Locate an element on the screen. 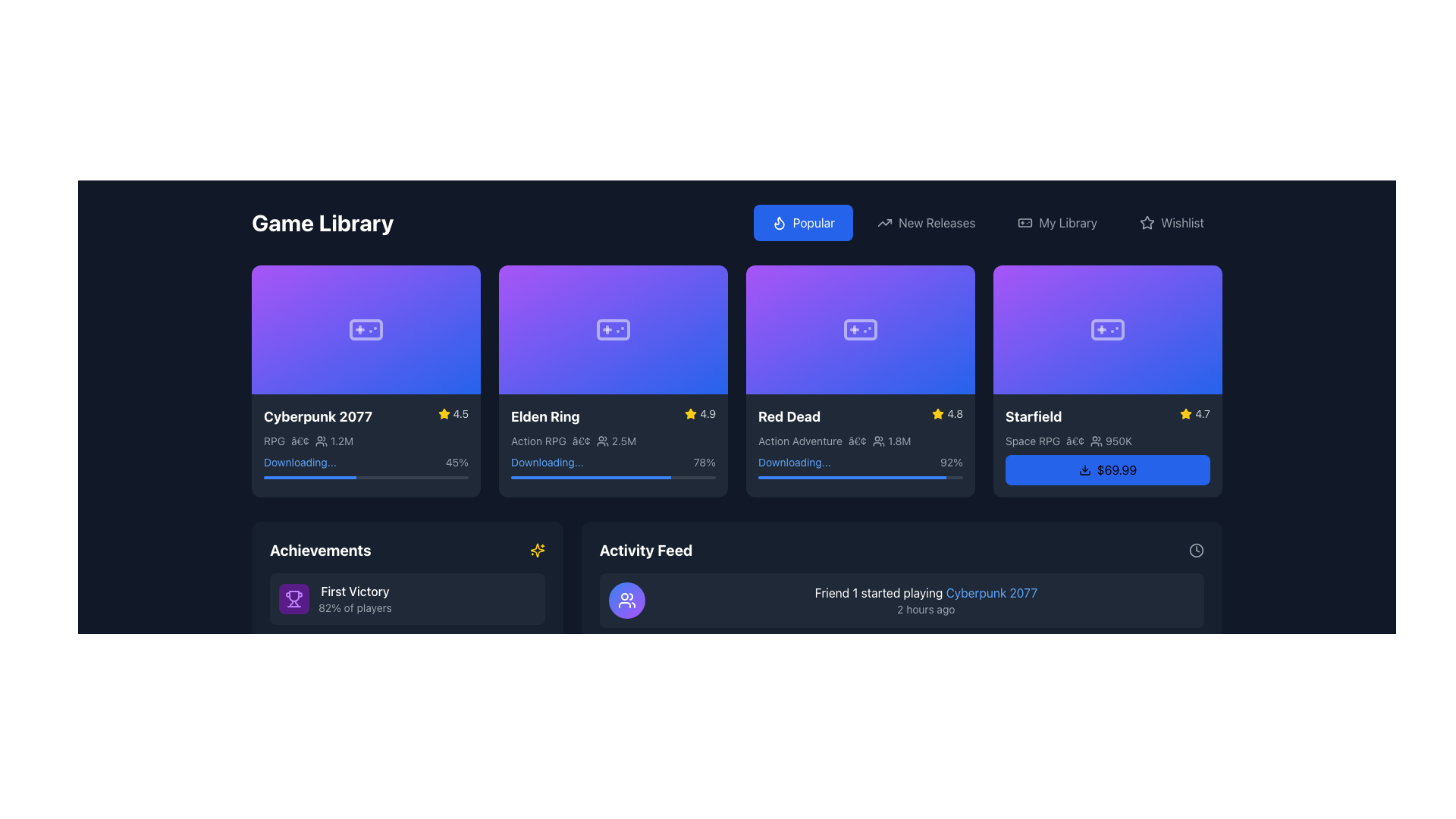  the notification element that indicates 'Friend 1 started playing Cyberpunk 2077' to learn more about the game is located at coordinates (902, 599).